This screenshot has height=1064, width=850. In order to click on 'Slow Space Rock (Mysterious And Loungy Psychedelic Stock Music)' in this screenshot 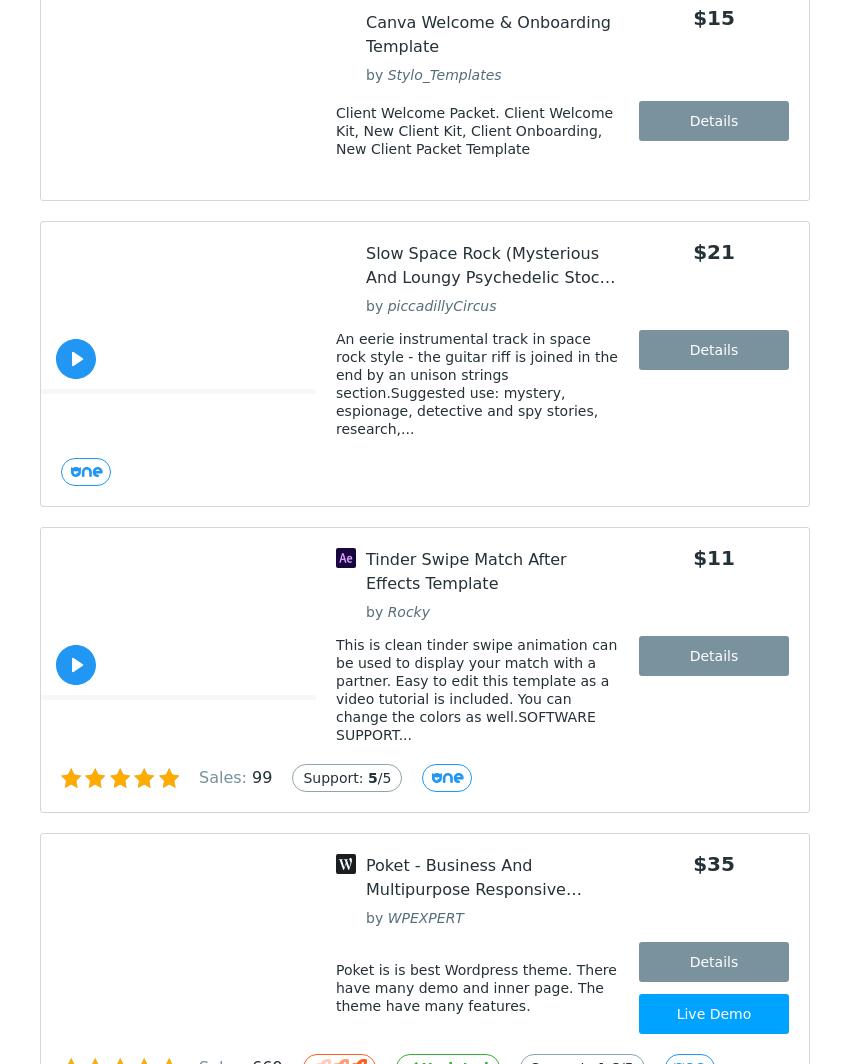, I will do `click(365, 277)`.